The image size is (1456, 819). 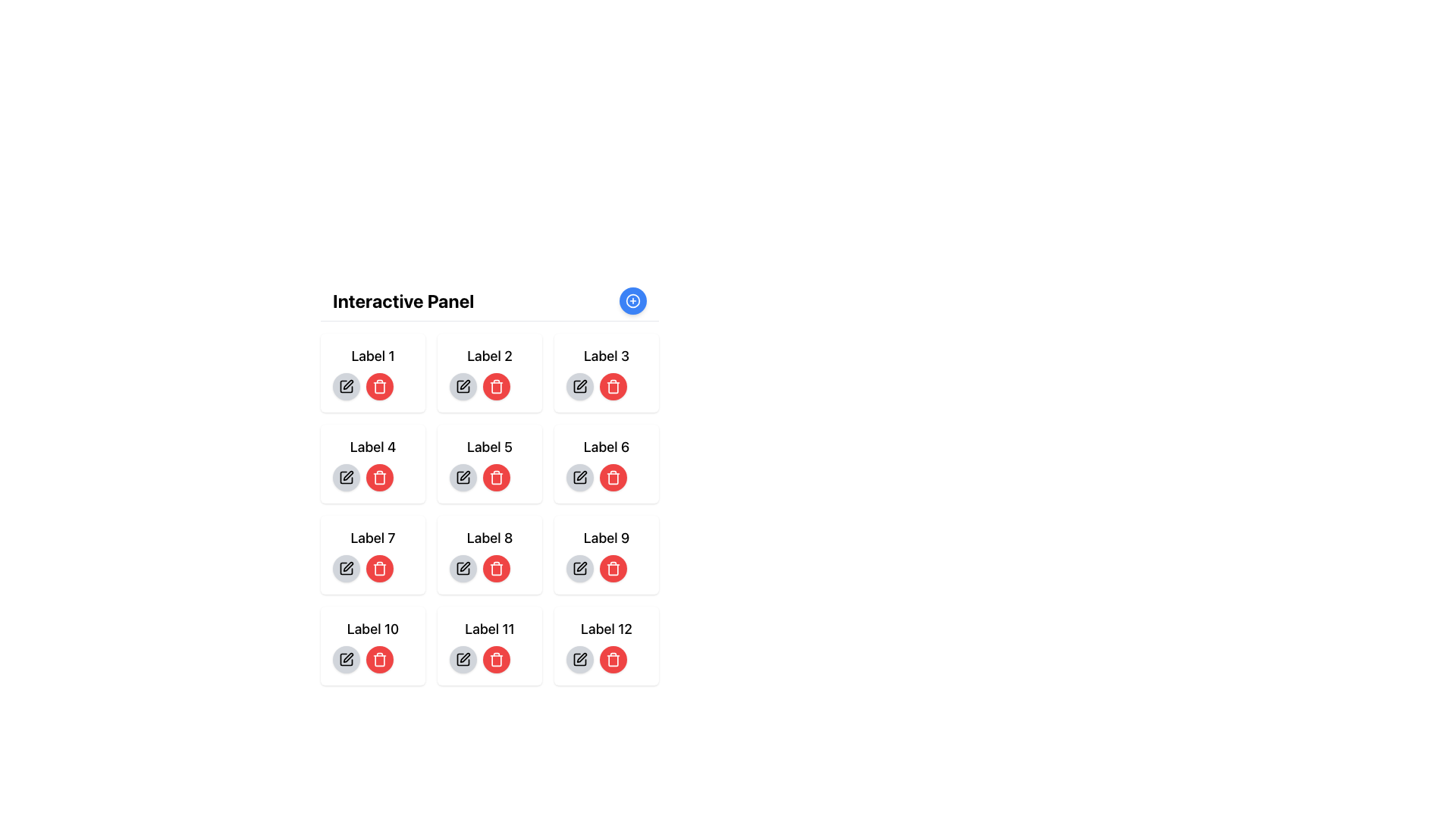 I want to click on the rounded red button with a trash bin icon located in the third column of the first row under the heading 'Interactive Panel', so click(x=607, y=373).